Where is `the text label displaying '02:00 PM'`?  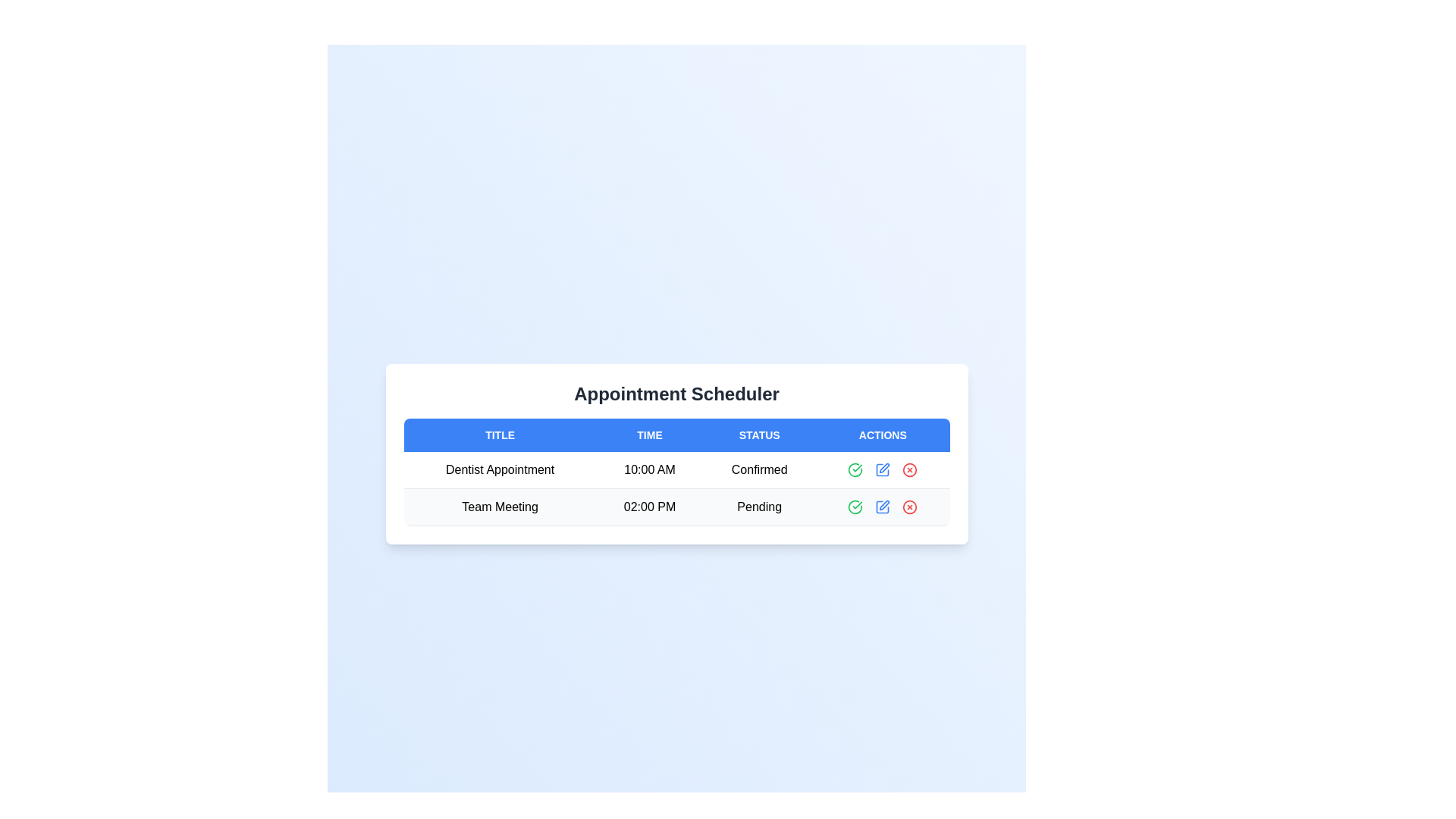 the text label displaying '02:00 PM' is located at coordinates (650, 507).